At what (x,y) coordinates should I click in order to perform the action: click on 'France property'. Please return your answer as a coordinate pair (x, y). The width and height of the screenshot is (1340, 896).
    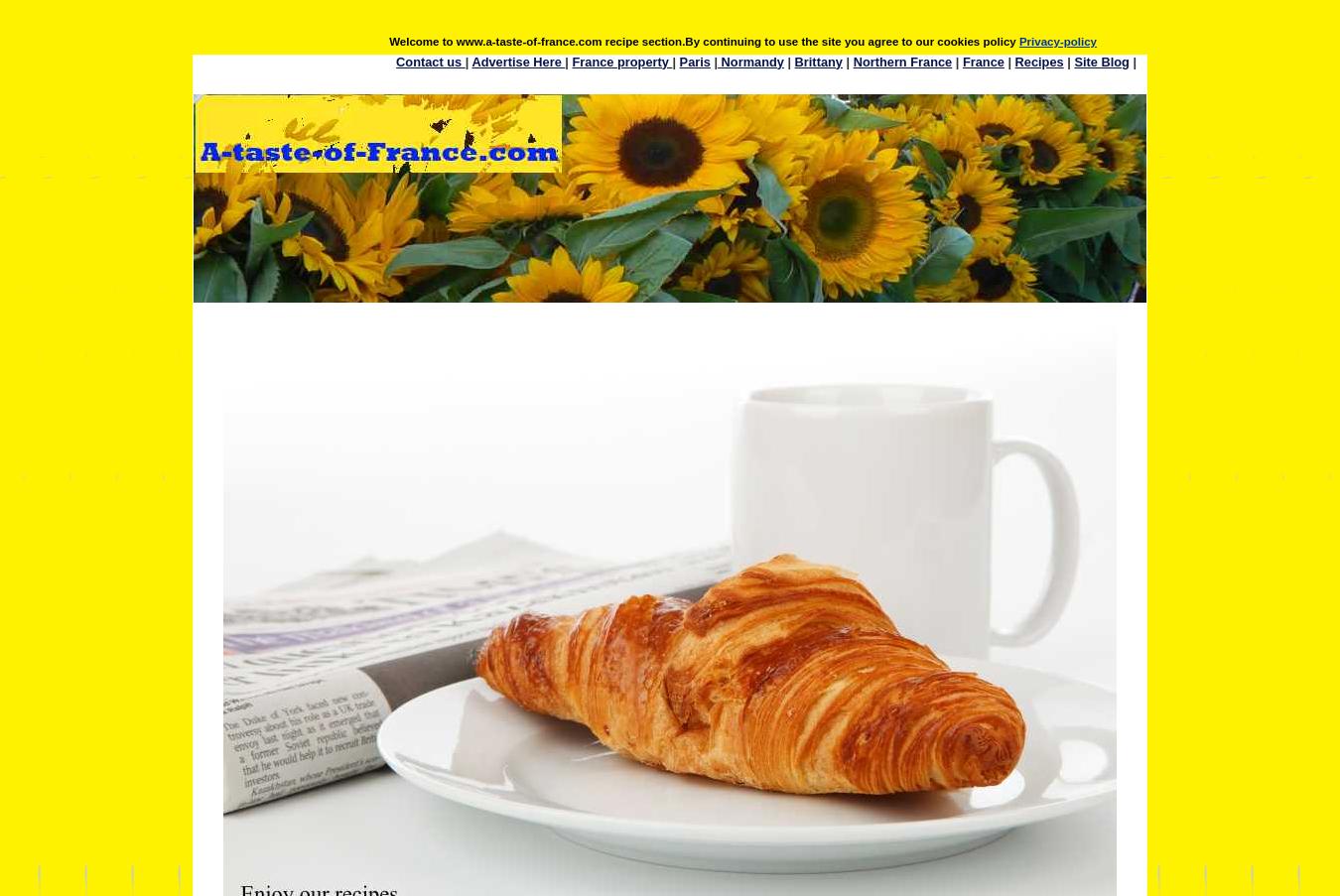
    Looking at the image, I should click on (621, 60).